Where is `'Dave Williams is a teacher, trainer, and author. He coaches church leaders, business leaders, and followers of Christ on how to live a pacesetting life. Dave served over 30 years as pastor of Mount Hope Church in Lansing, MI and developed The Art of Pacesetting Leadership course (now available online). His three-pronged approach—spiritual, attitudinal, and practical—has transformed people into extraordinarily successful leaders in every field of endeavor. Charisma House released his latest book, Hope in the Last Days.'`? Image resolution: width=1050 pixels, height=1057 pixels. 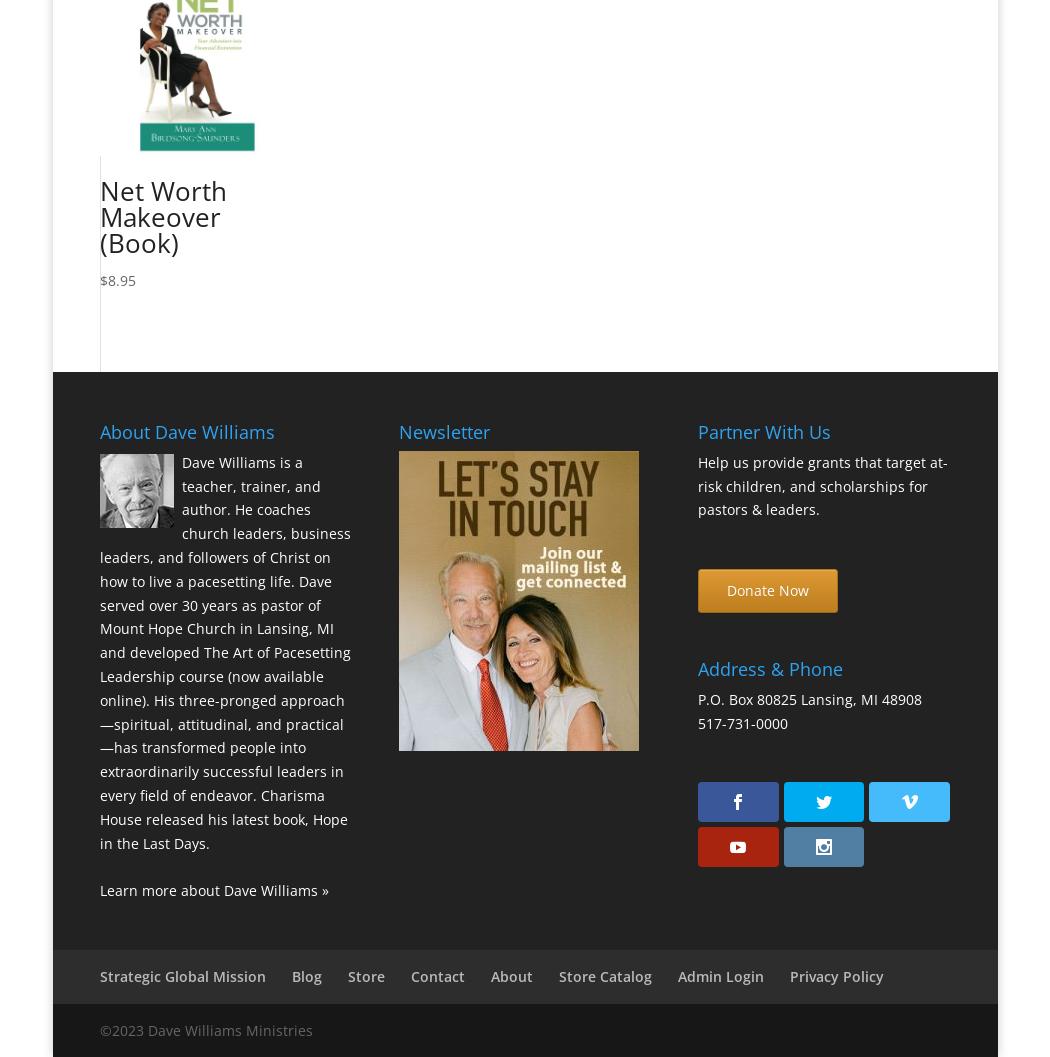 'Dave Williams is a teacher, trainer, and author. He coaches church leaders, business leaders, and followers of Christ on how to live a pacesetting life. Dave served over 30 years as pastor of Mount Hope Church in Lansing, MI and developed The Art of Pacesetting Leadership course (now available online). His three-pronged approach—spiritual, attitudinal, and practical—has transformed people into extraordinarily successful leaders in every field of endeavor. Charisma House released his latest book, Hope in the Last Days.' is located at coordinates (223, 651).